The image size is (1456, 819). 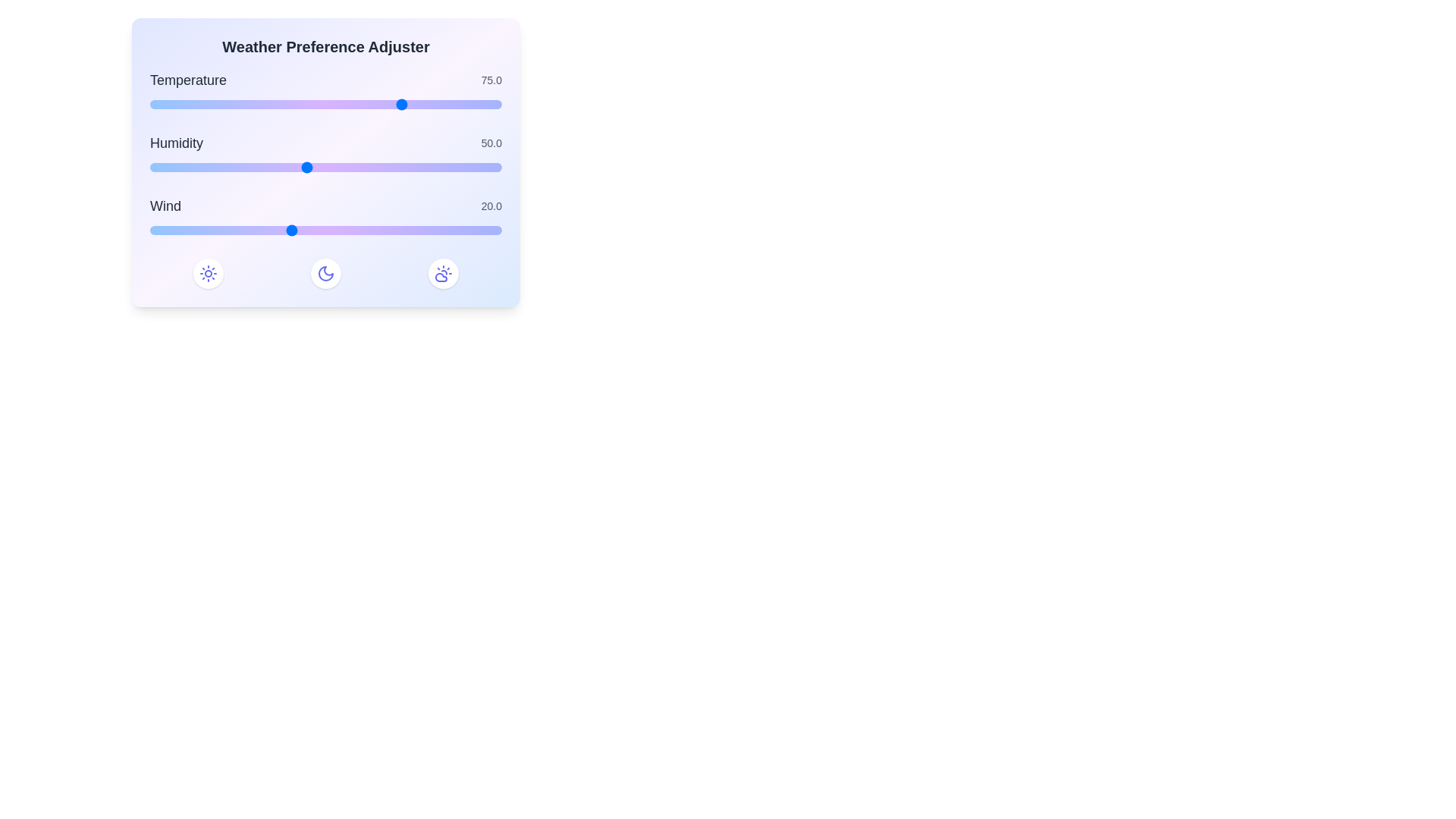 What do you see at coordinates (294, 104) in the screenshot?
I see `the temperature` at bounding box center [294, 104].